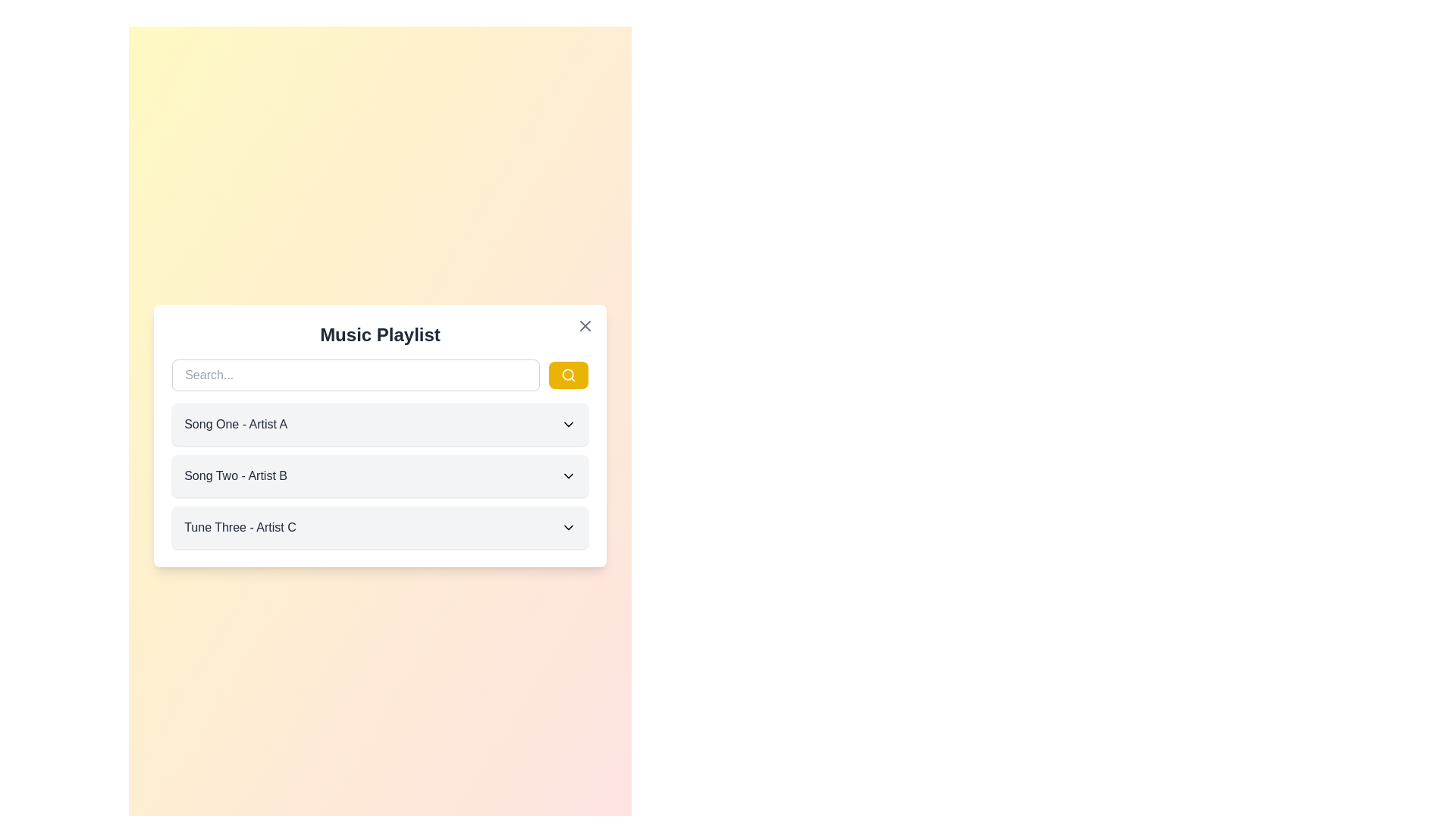  Describe the element at coordinates (567, 475) in the screenshot. I see `the downward-pointing chevron icon next to 'Song Two - Artist B'` at that location.